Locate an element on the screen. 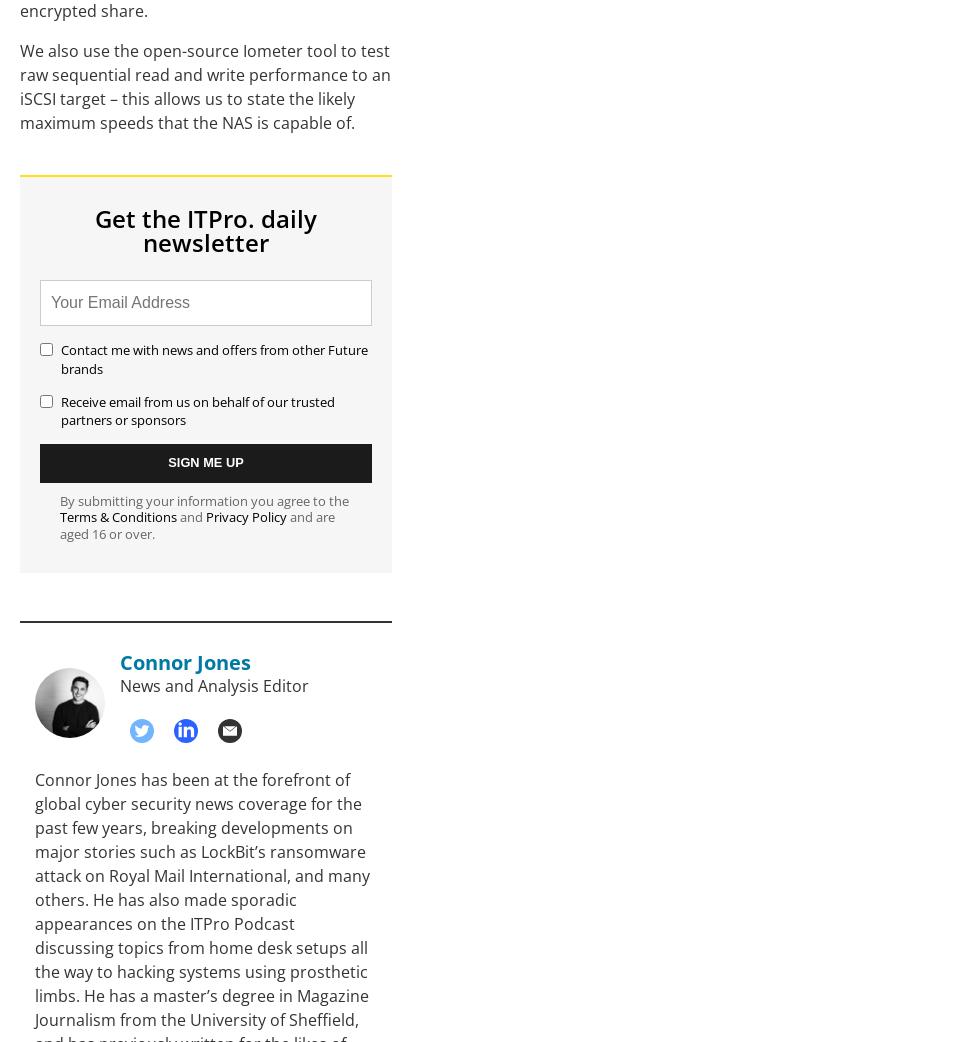 This screenshot has height=1042, width=980. 'News and Analysis Editor' is located at coordinates (214, 685).